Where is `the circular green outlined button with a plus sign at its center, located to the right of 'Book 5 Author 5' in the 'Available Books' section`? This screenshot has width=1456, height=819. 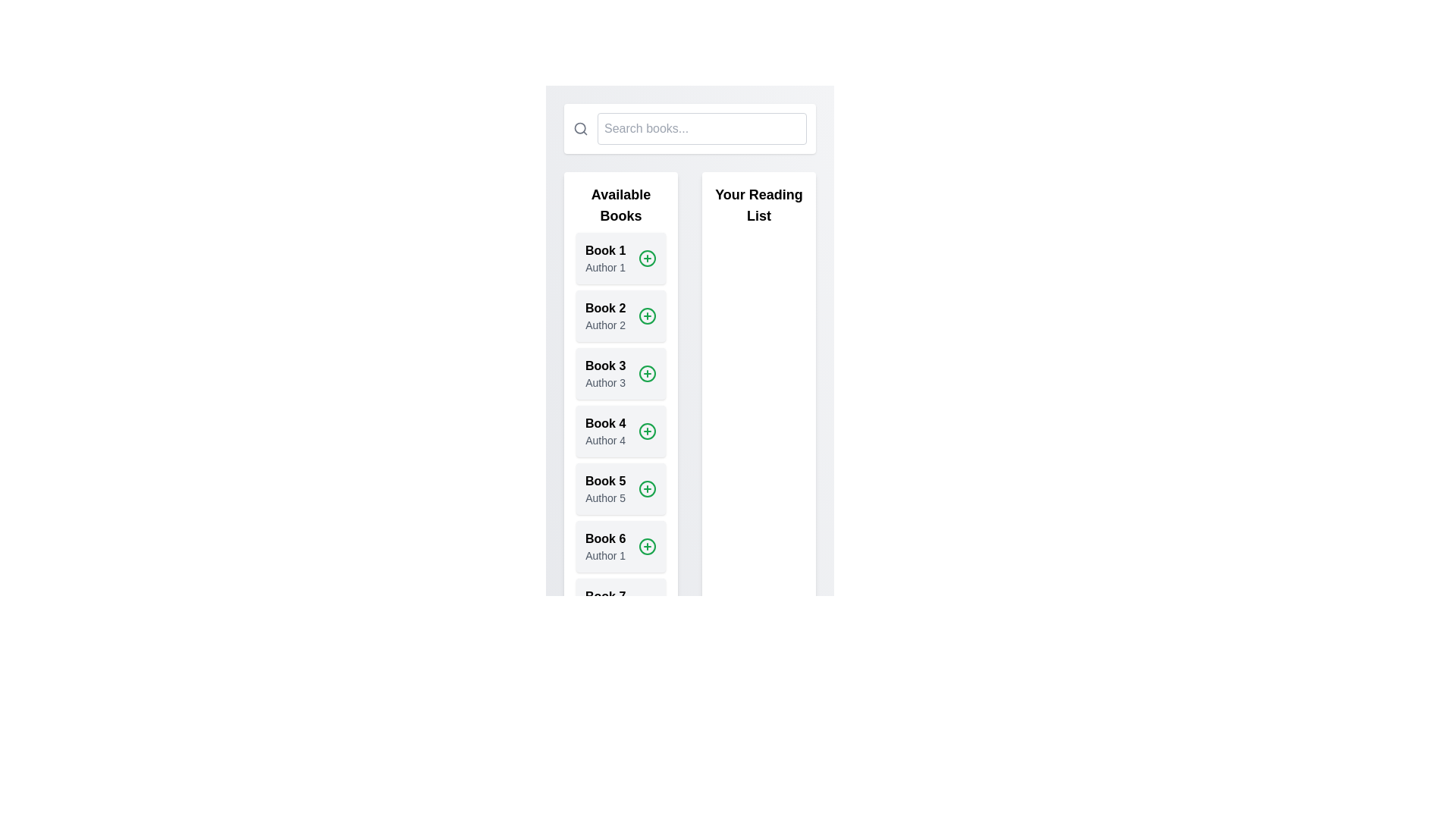
the circular green outlined button with a plus sign at its center, located to the right of 'Book 5 Author 5' in the 'Available Books' section is located at coordinates (648, 488).